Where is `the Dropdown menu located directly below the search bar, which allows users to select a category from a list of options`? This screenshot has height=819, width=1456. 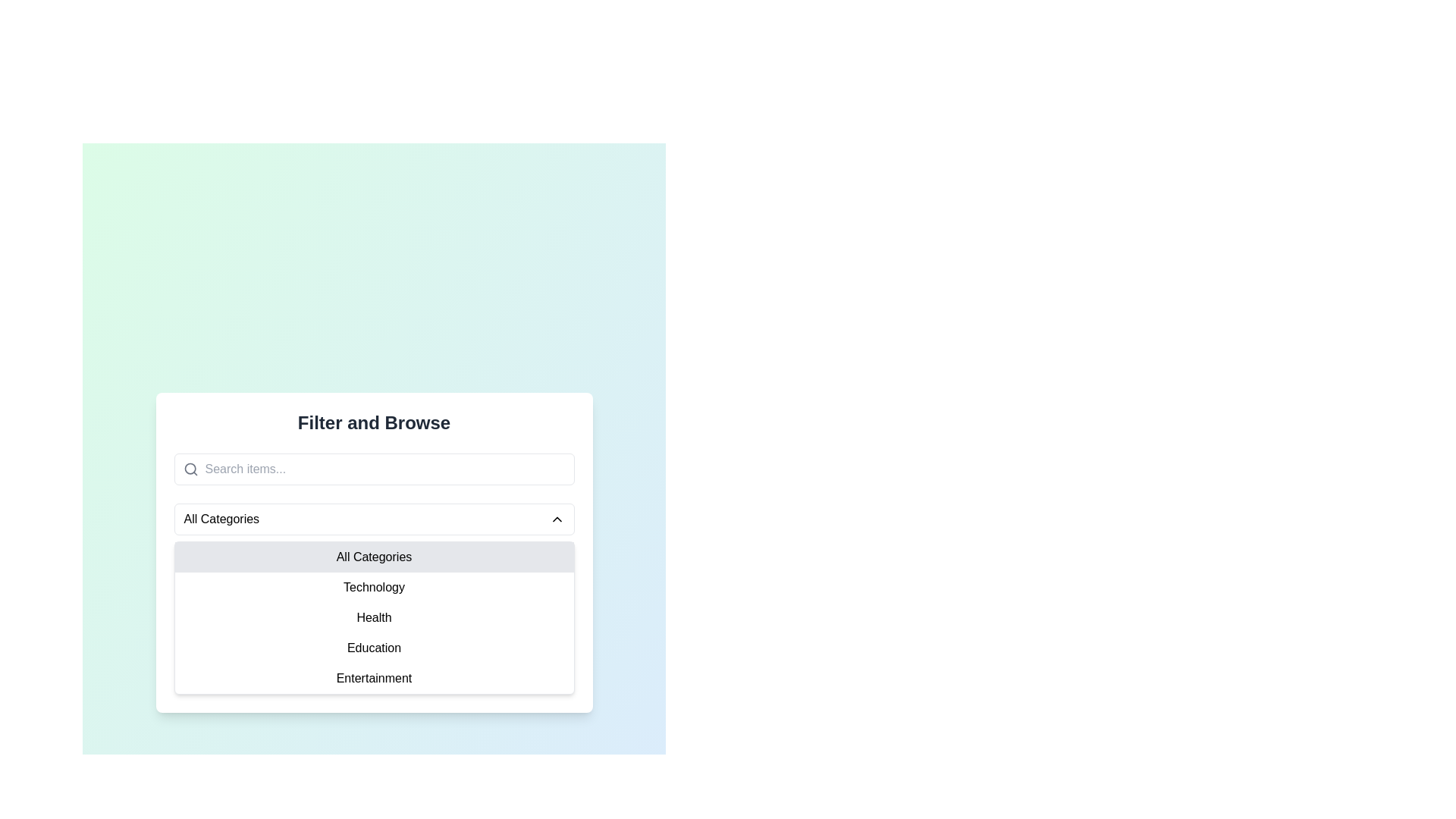
the Dropdown menu located directly below the search bar, which allows users to select a category from a list of options is located at coordinates (374, 519).